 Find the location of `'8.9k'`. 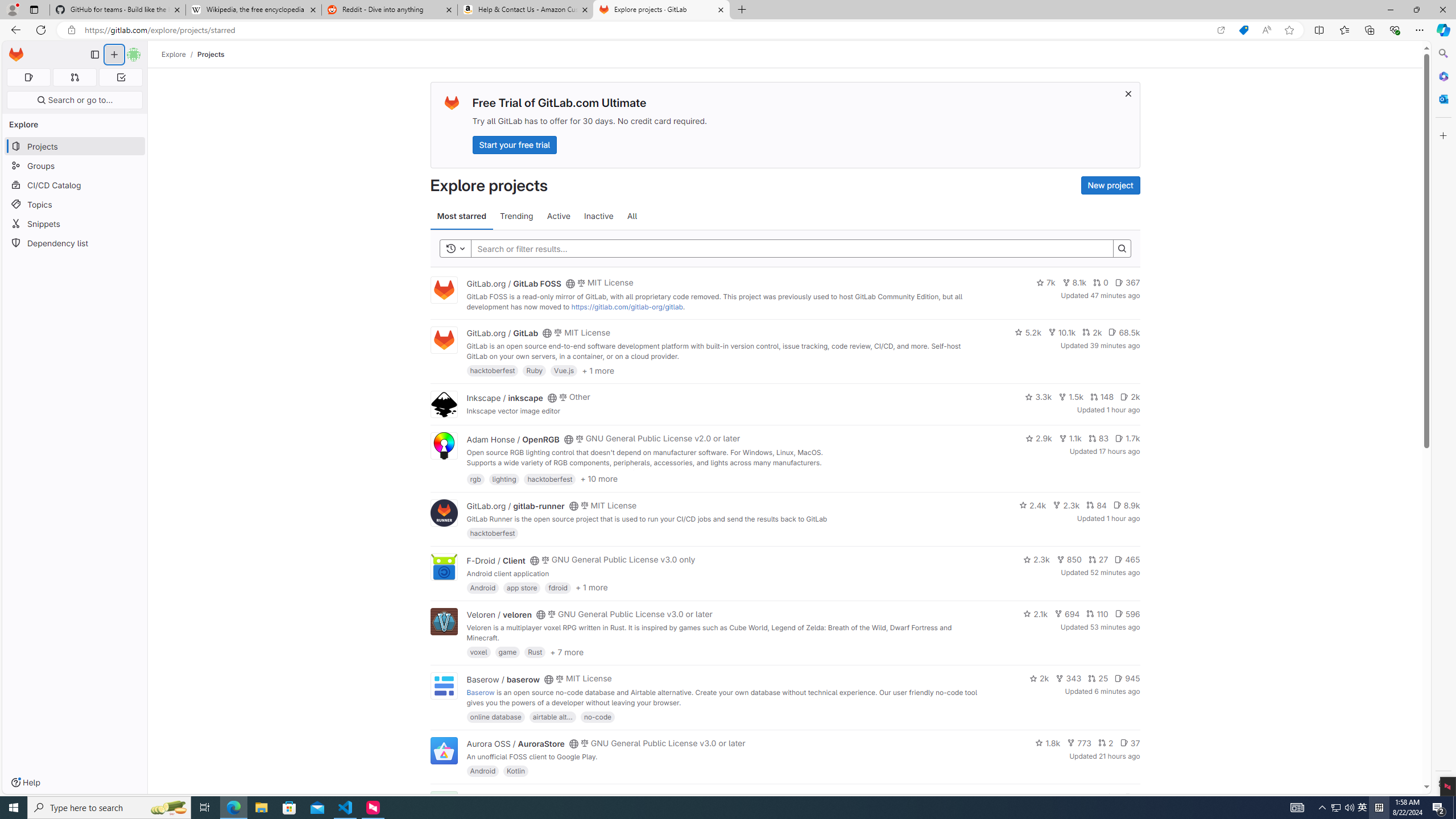

'8.9k' is located at coordinates (1126, 504).